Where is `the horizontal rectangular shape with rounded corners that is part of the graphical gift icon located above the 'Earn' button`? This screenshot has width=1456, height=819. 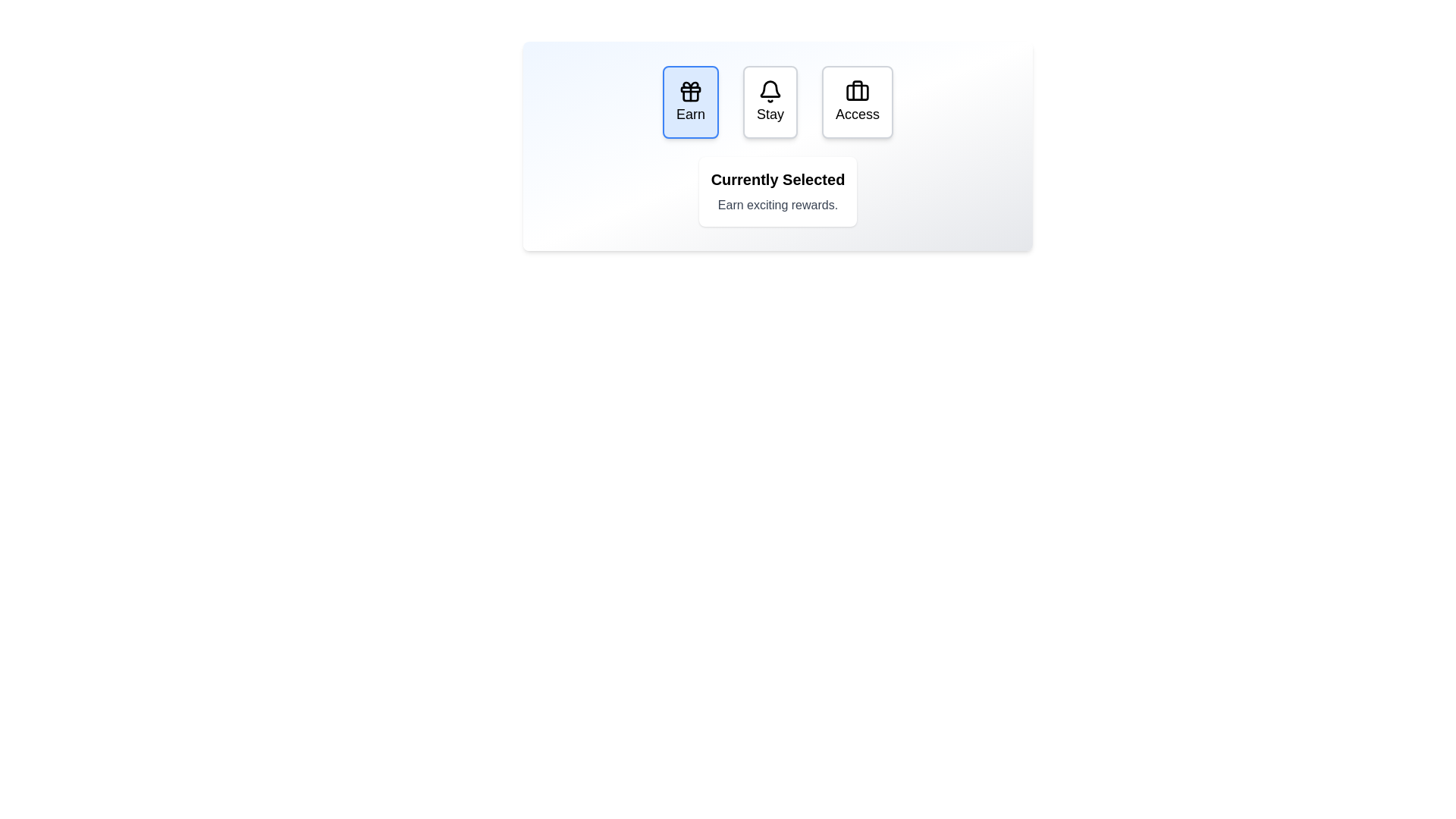
the horizontal rectangular shape with rounded corners that is part of the graphical gift icon located above the 'Earn' button is located at coordinates (690, 89).